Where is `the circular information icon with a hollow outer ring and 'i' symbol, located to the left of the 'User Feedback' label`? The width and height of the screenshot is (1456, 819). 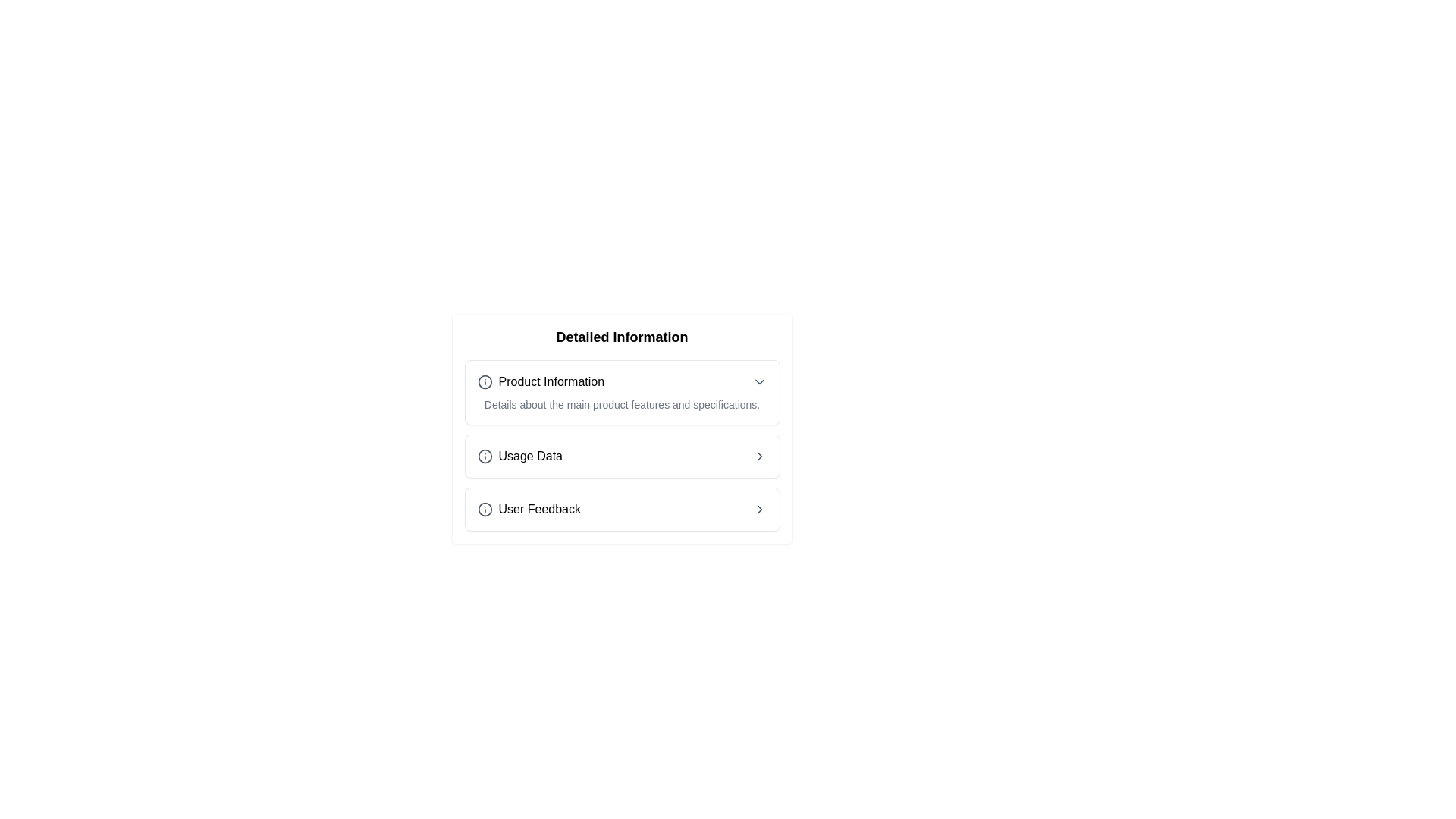 the circular information icon with a hollow outer ring and 'i' symbol, located to the left of the 'User Feedback' label is located at coordinates (484, 509).